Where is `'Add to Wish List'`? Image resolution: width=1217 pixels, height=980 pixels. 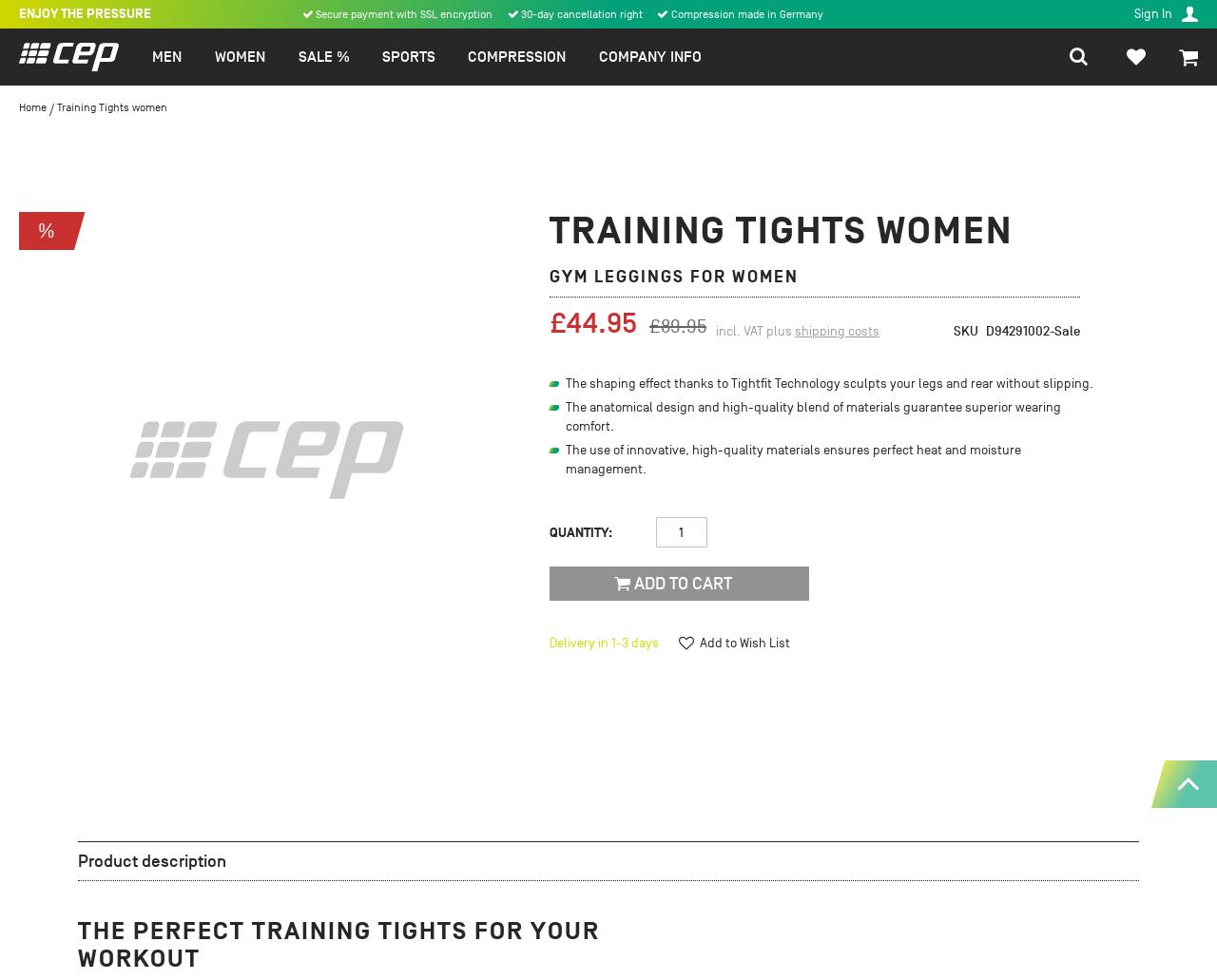
'Add to Wish List' is located at coordinates (744, 643).